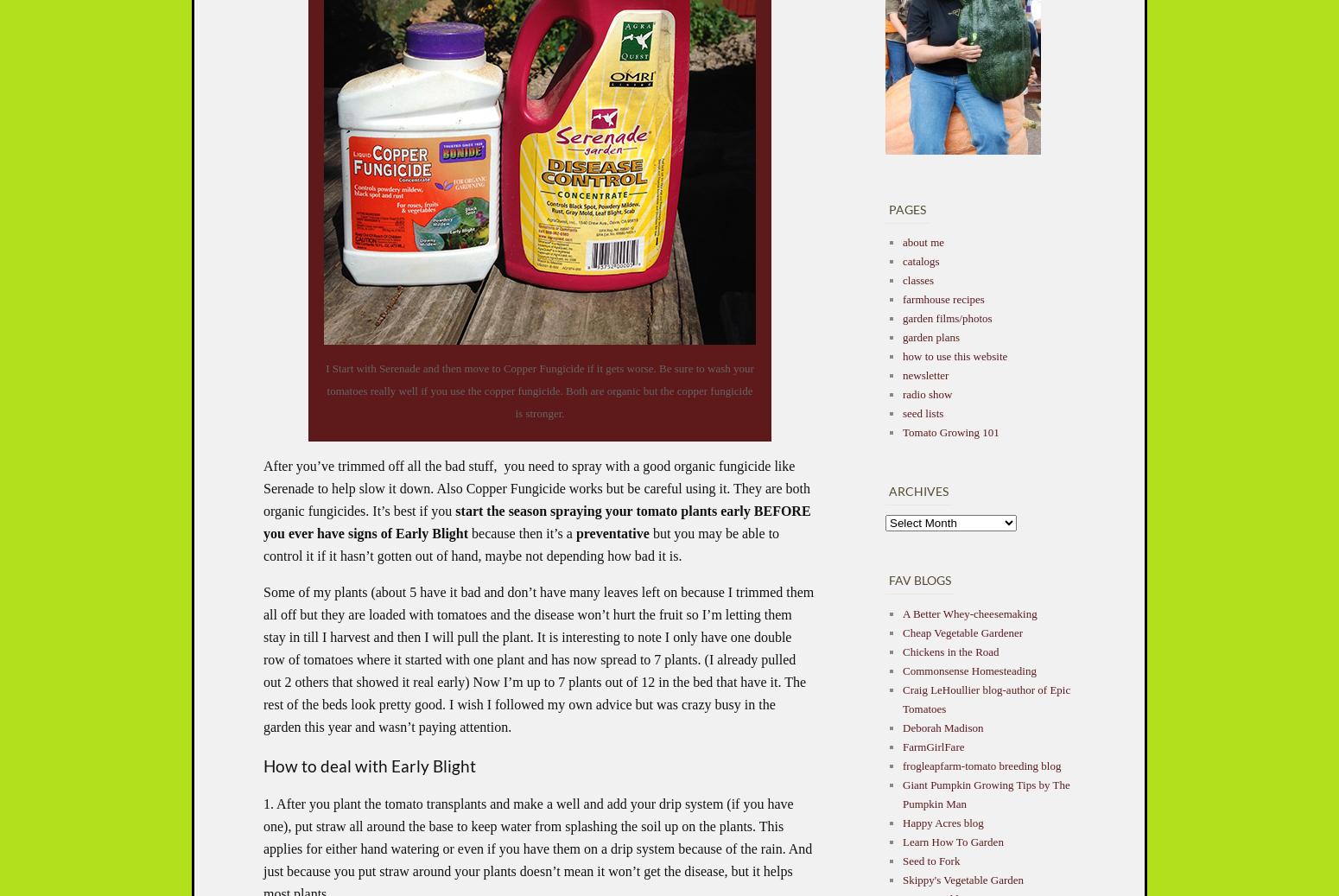 The image size is (1339, 896). What do you see at coordinates (980, 765) in the screenshot?
I see `'frogleapfarm-tomato breeding blog'` at bounding box center [980, 765].